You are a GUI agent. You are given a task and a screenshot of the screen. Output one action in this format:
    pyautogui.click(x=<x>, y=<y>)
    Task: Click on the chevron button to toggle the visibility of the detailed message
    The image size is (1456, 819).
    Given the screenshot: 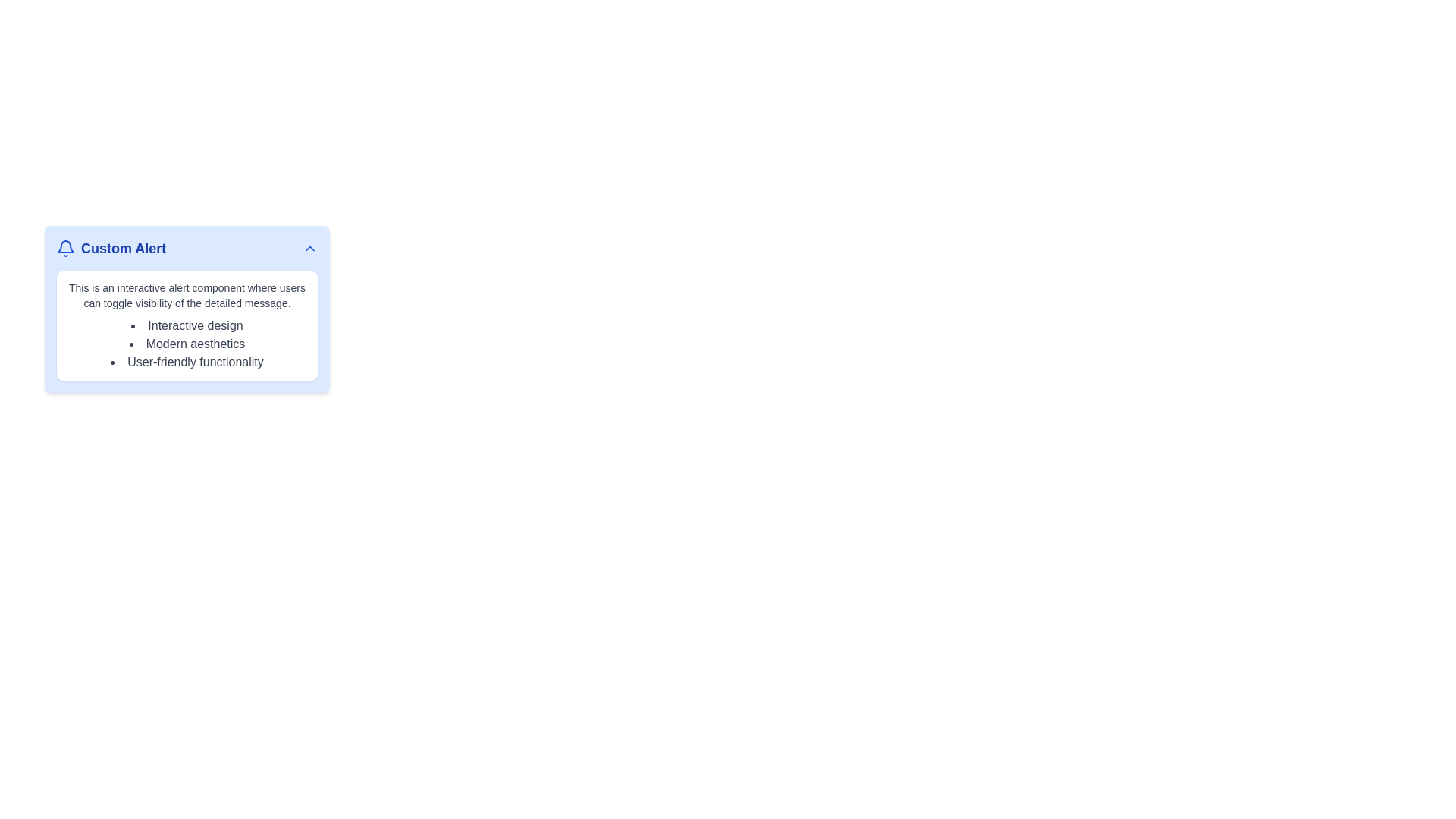 What is the action you would take?
    pyautogui.click(x=309, y=247)
    